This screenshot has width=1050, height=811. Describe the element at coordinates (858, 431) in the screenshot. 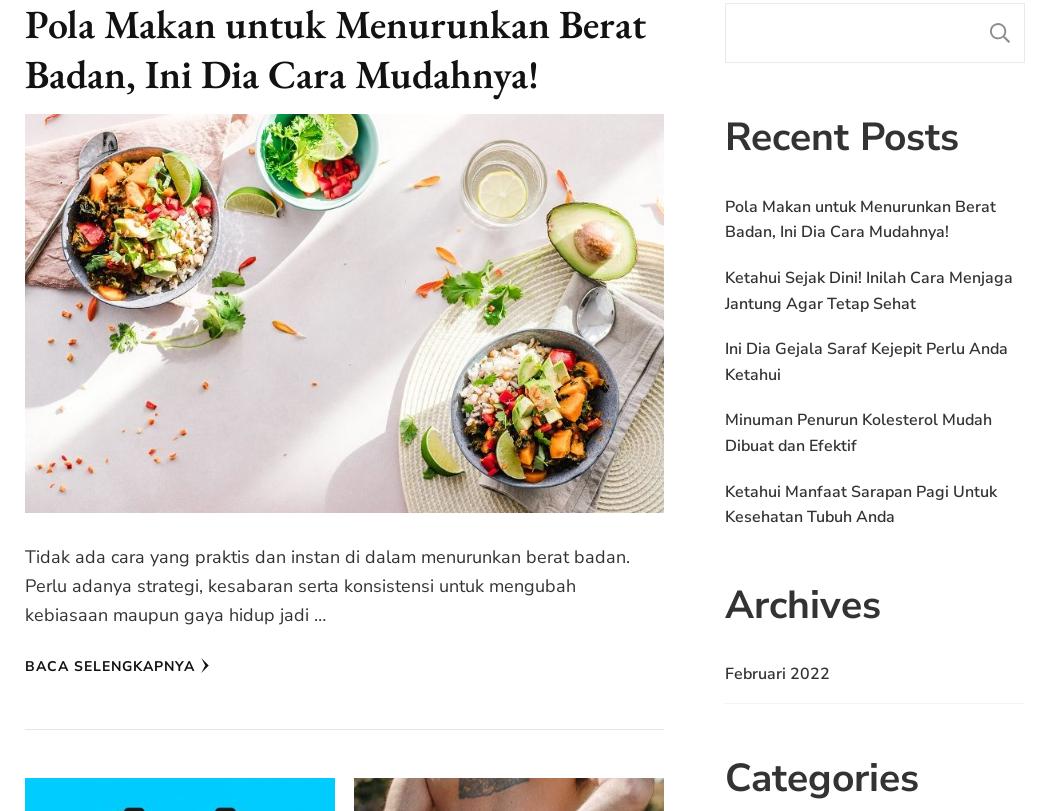

I see `'Minuman Penurun Kolesterol Mudah Dibuat dan Efektif'` at that location.